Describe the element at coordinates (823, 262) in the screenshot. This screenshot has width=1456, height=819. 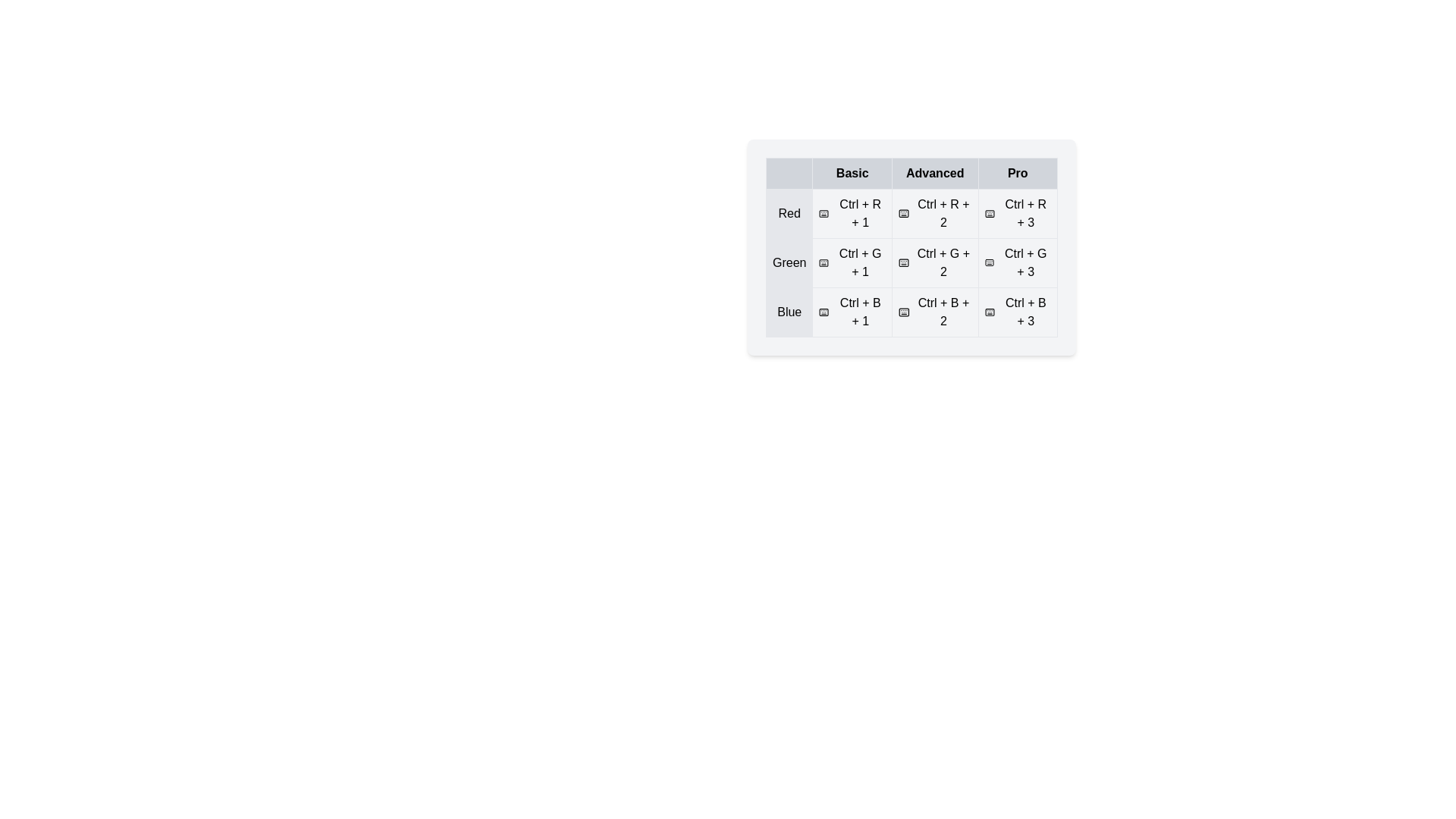
I see `the keyboard icon in the second row of the grid interface under the 'Green' column in the 'Basic' section, which visually represents keyboard shortcuts` at that location.